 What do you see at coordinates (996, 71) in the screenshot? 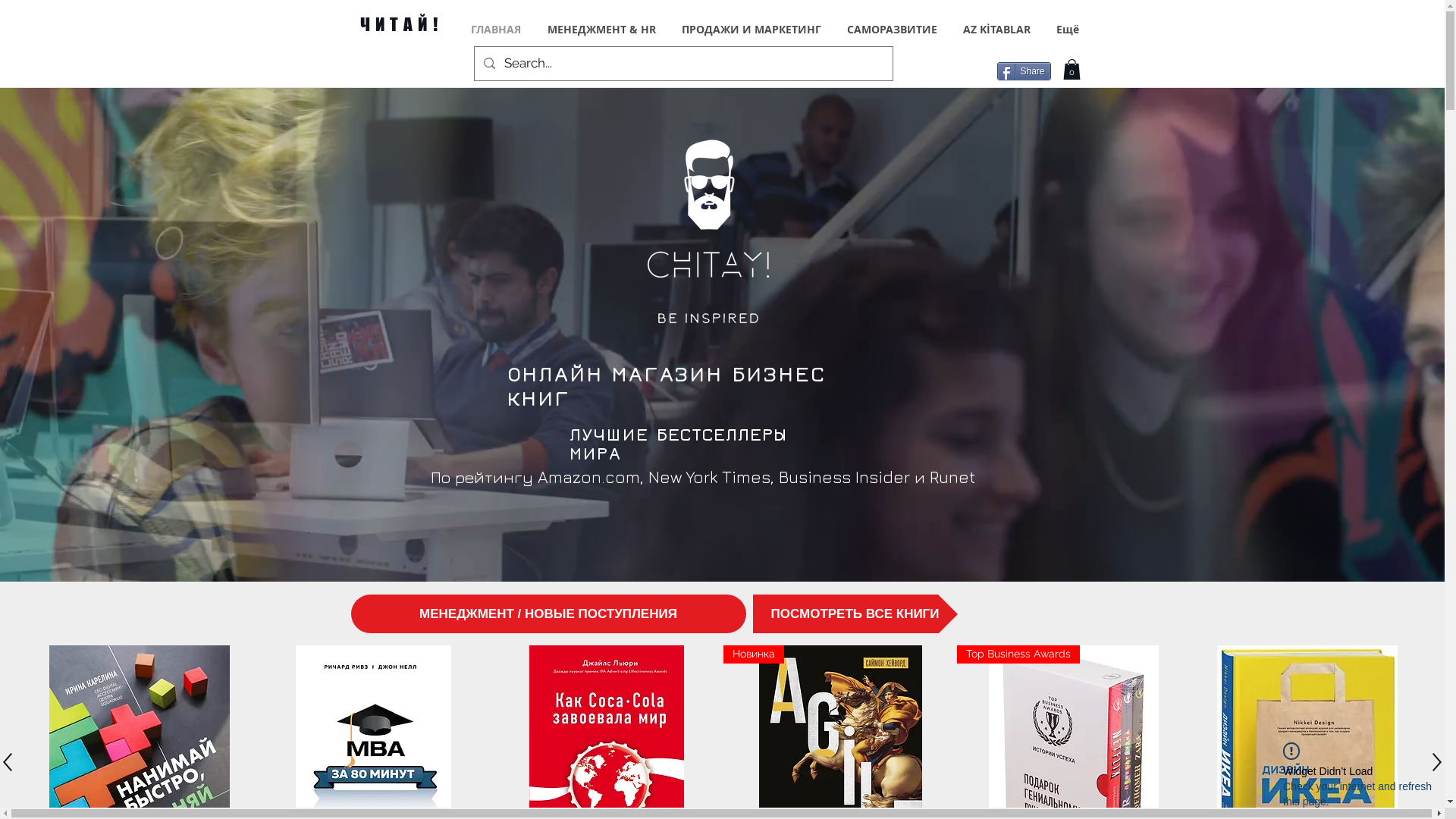
I see `'Share'` at bounding box center [996, 71].